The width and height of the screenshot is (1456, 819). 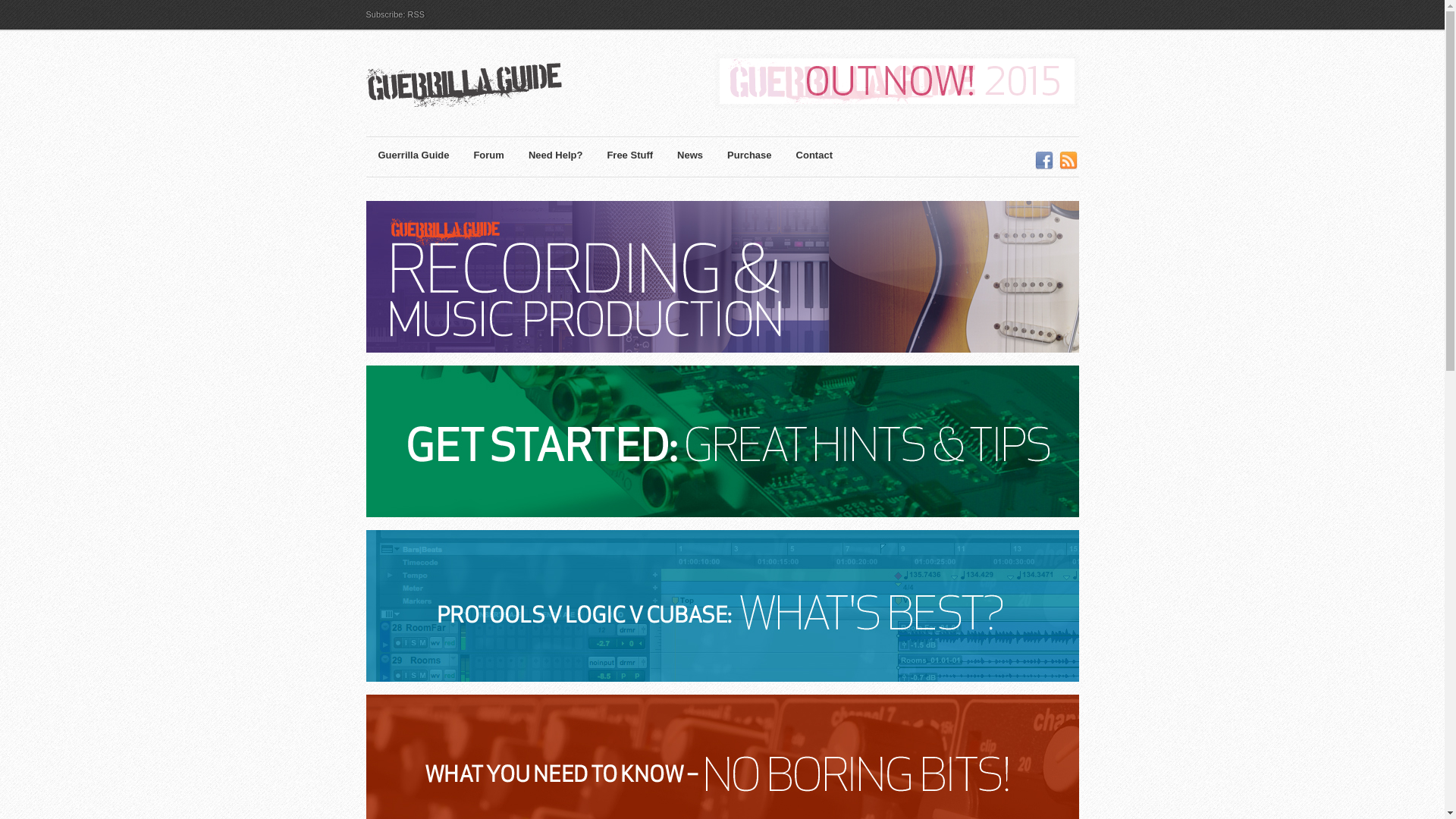 I want to click on 'Guerrilla Guide | Recording & Music Production', so click(x=494, y=87).